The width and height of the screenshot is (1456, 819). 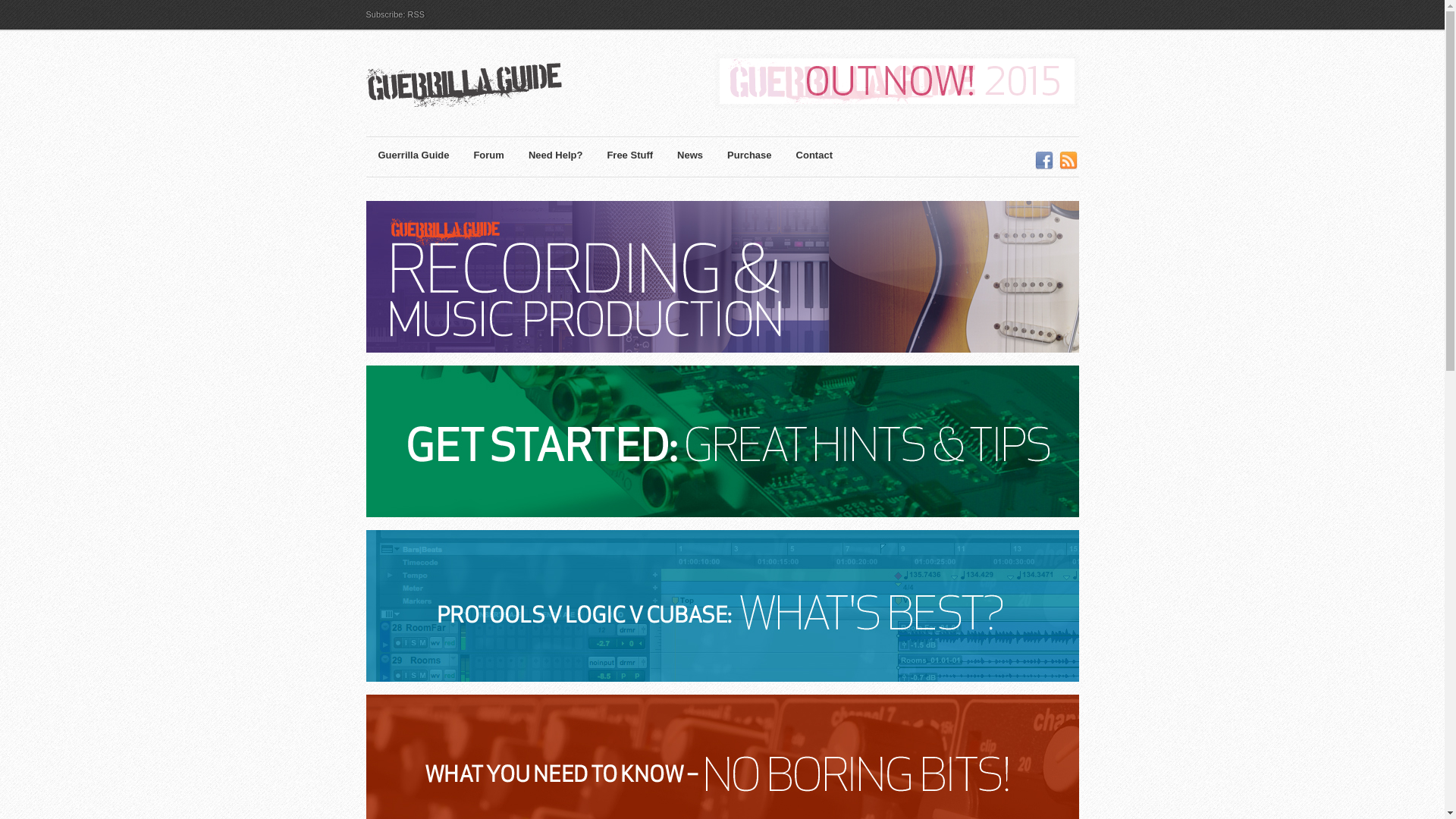 I want to click on 'Guerrilla Guide | Recording & Music Production', so click(x=494, y=87).